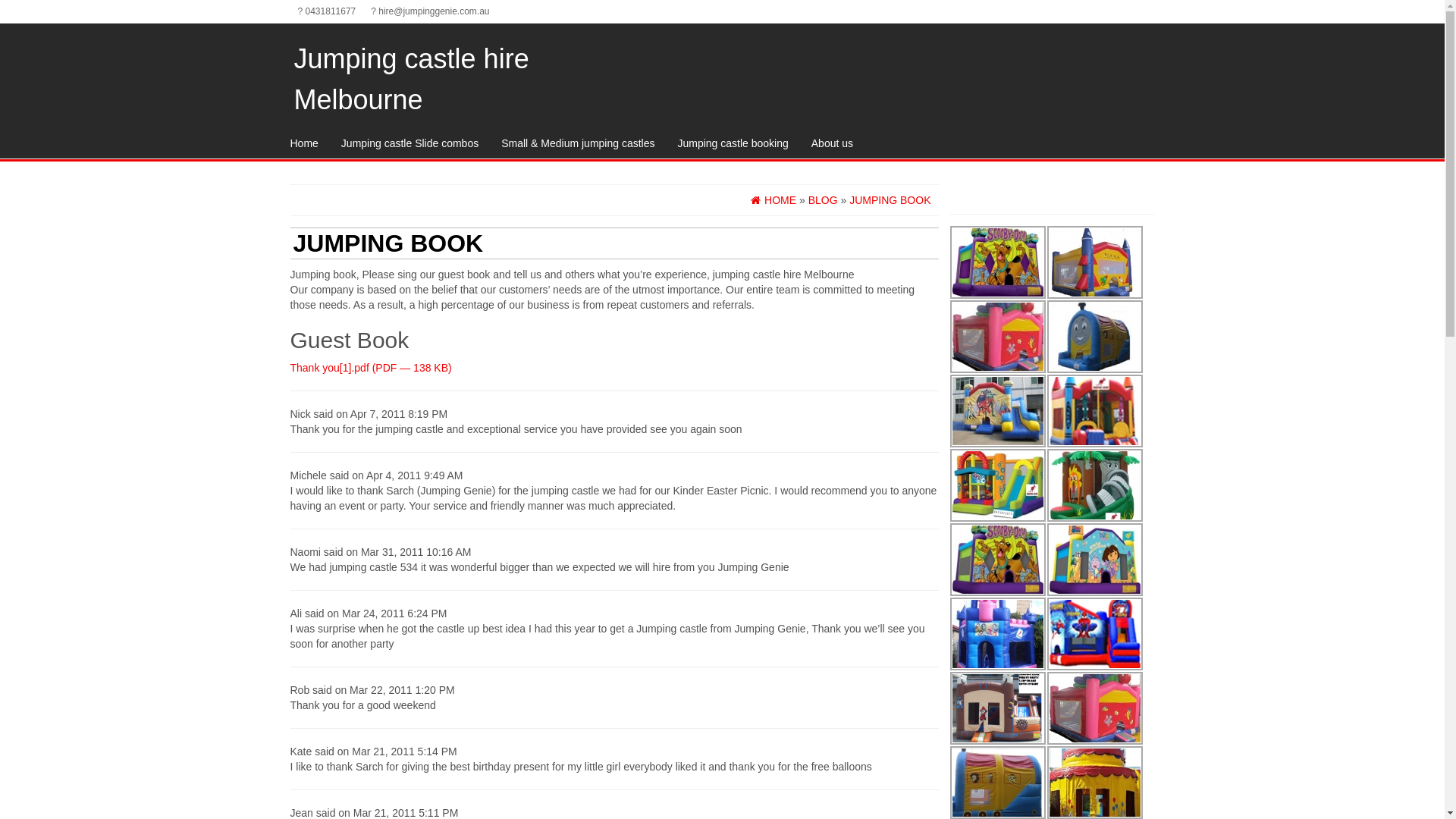  What do you see at coordinates (949, 634) in the screenshot?
I see `'Jumping castle 539.jpg'` at bounding box center [949, 634].